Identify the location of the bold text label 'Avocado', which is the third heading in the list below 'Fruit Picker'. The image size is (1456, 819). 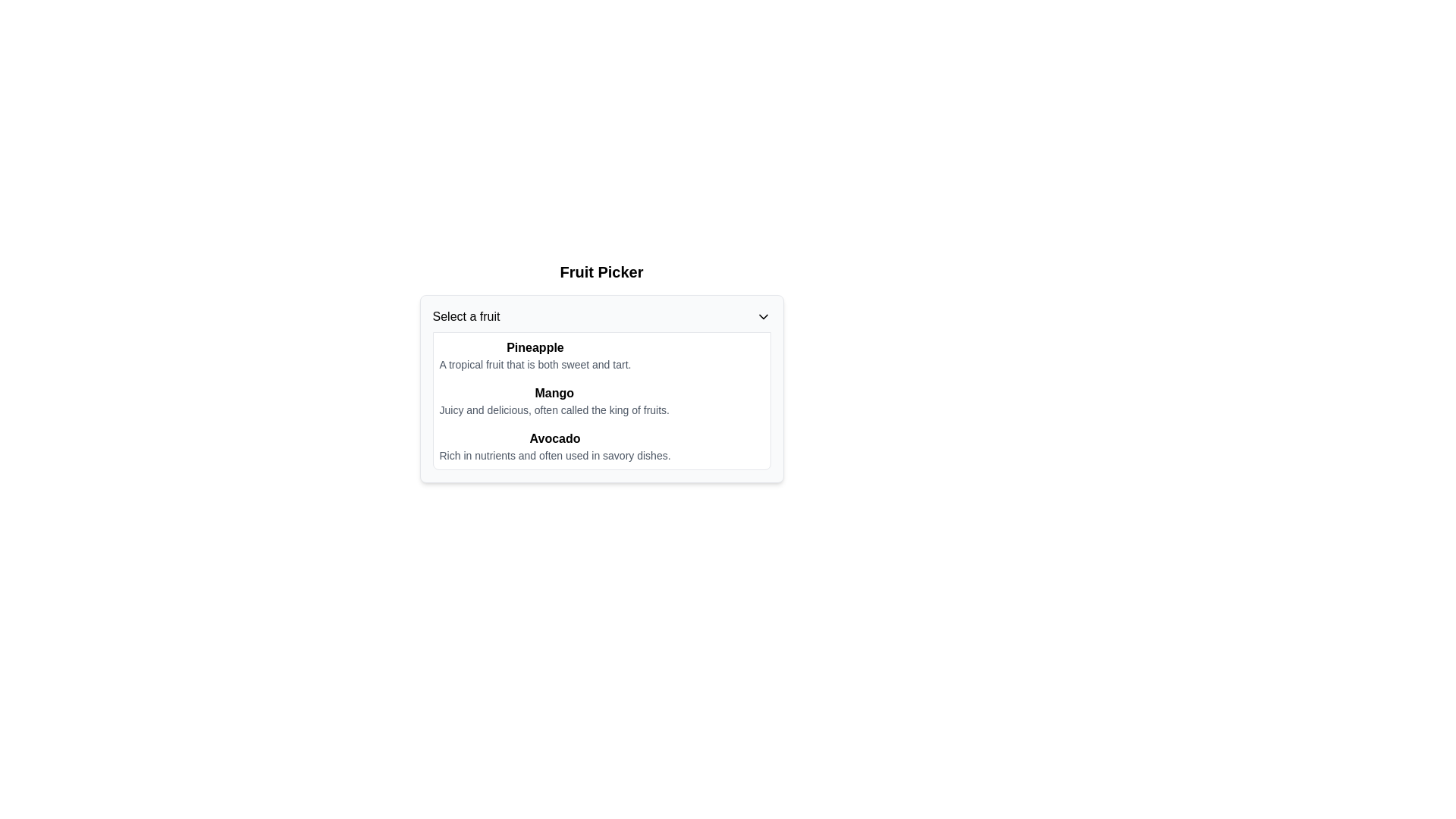
(554, 438).